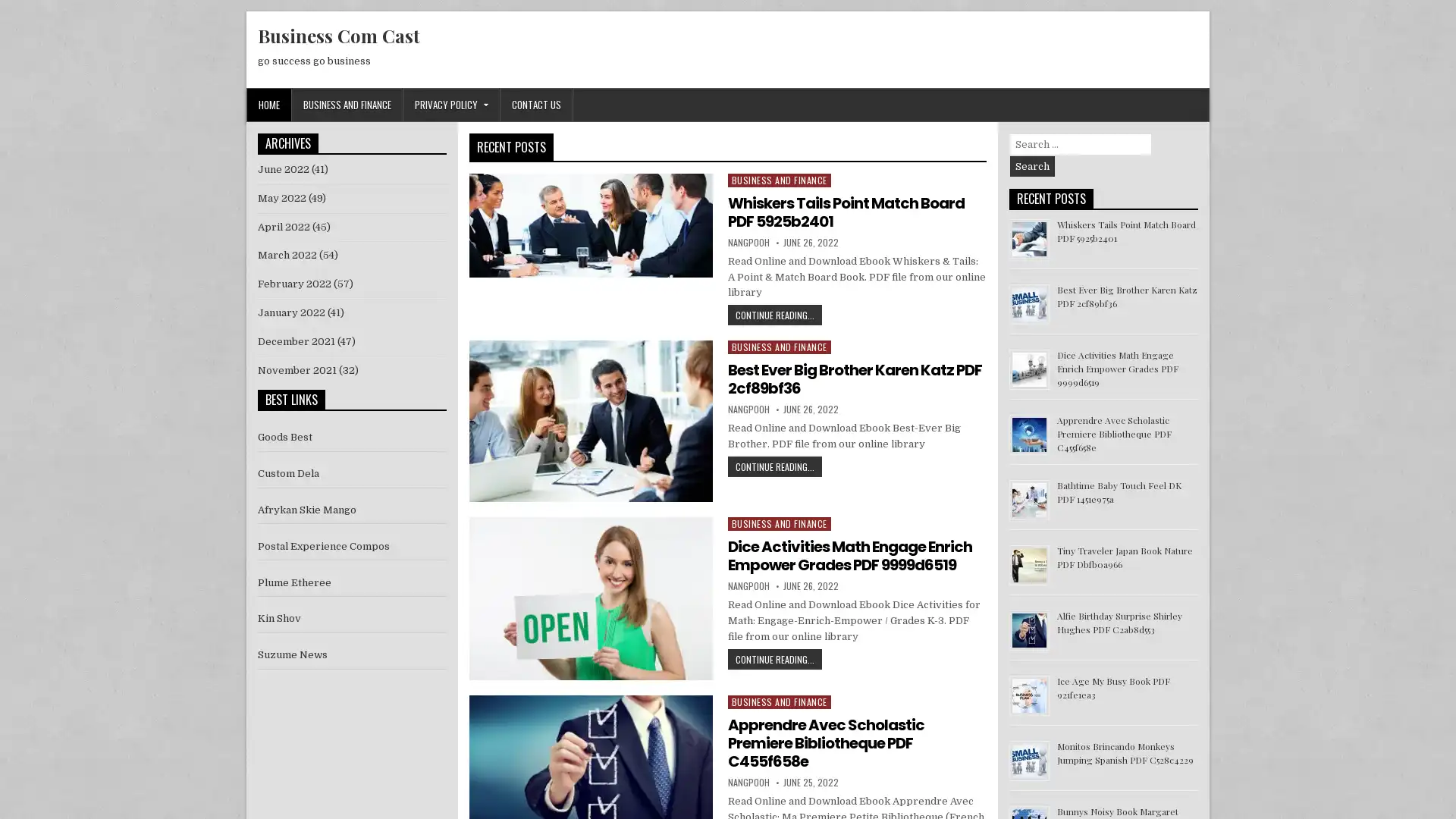 The height and width of the screenshot is (819, 1456). What do you see at coordinates (1031, 166) in the screenshot?
I see `Search` at bounding box center [1031, 166].